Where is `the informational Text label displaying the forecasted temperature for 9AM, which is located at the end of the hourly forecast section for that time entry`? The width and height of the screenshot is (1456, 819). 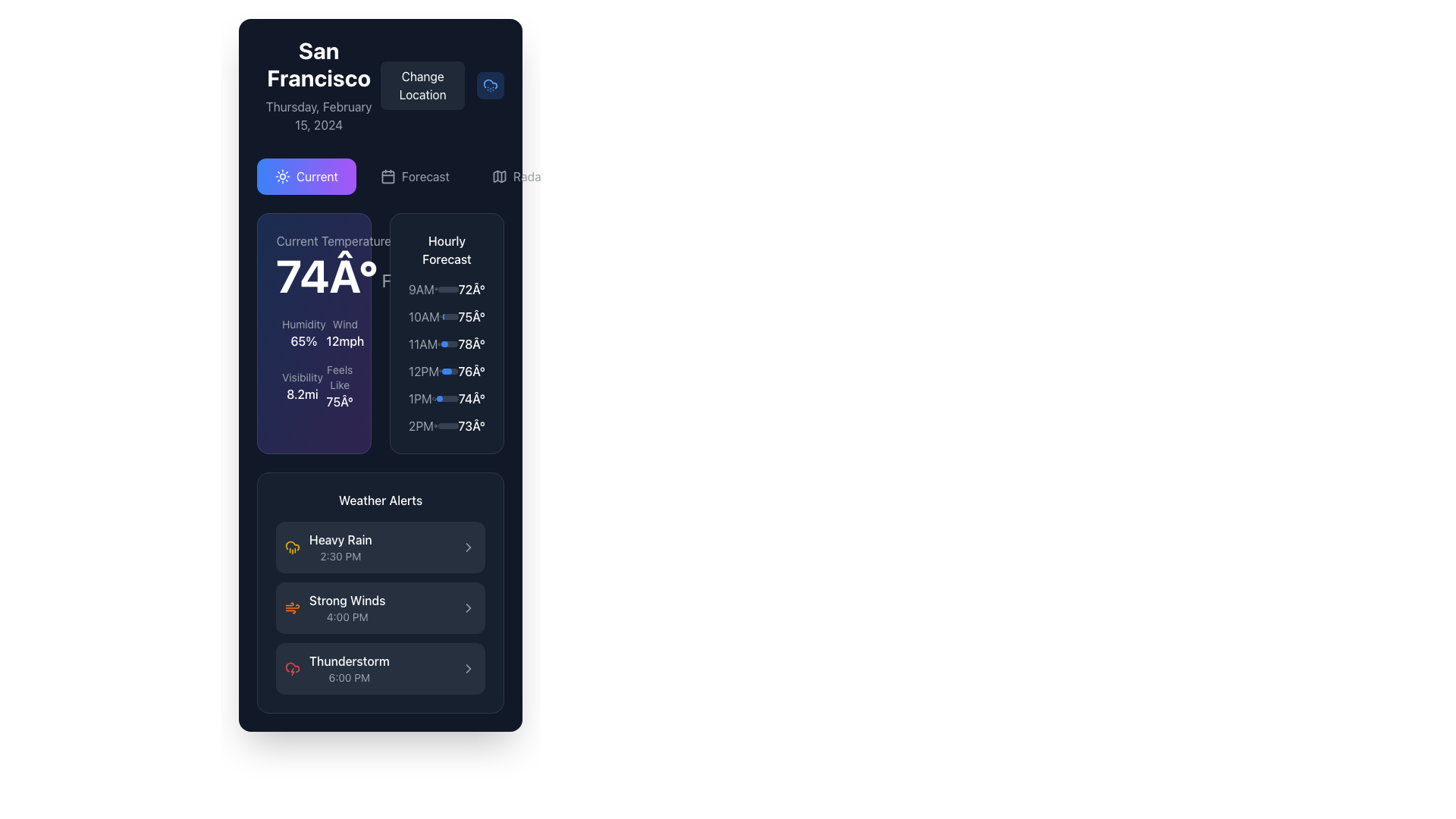 the informational Text label displaying the forecasted temperature for 9AM, which is located at the end of the hourly forecast section for that time entry is located at coordinates (471, 289).